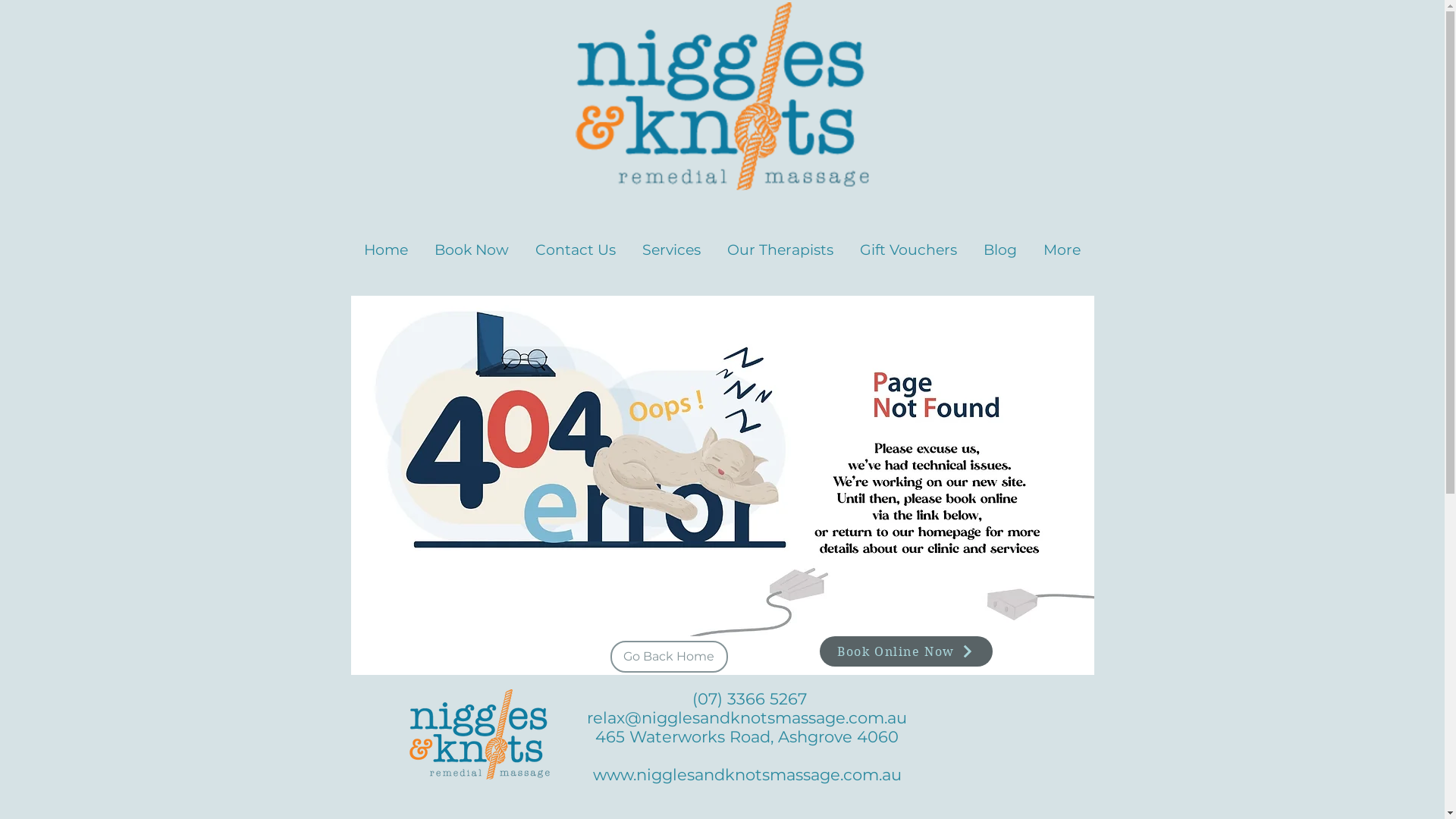 The image size is (1456, 819). I want to click on 'Blog', so click(1000, 242).